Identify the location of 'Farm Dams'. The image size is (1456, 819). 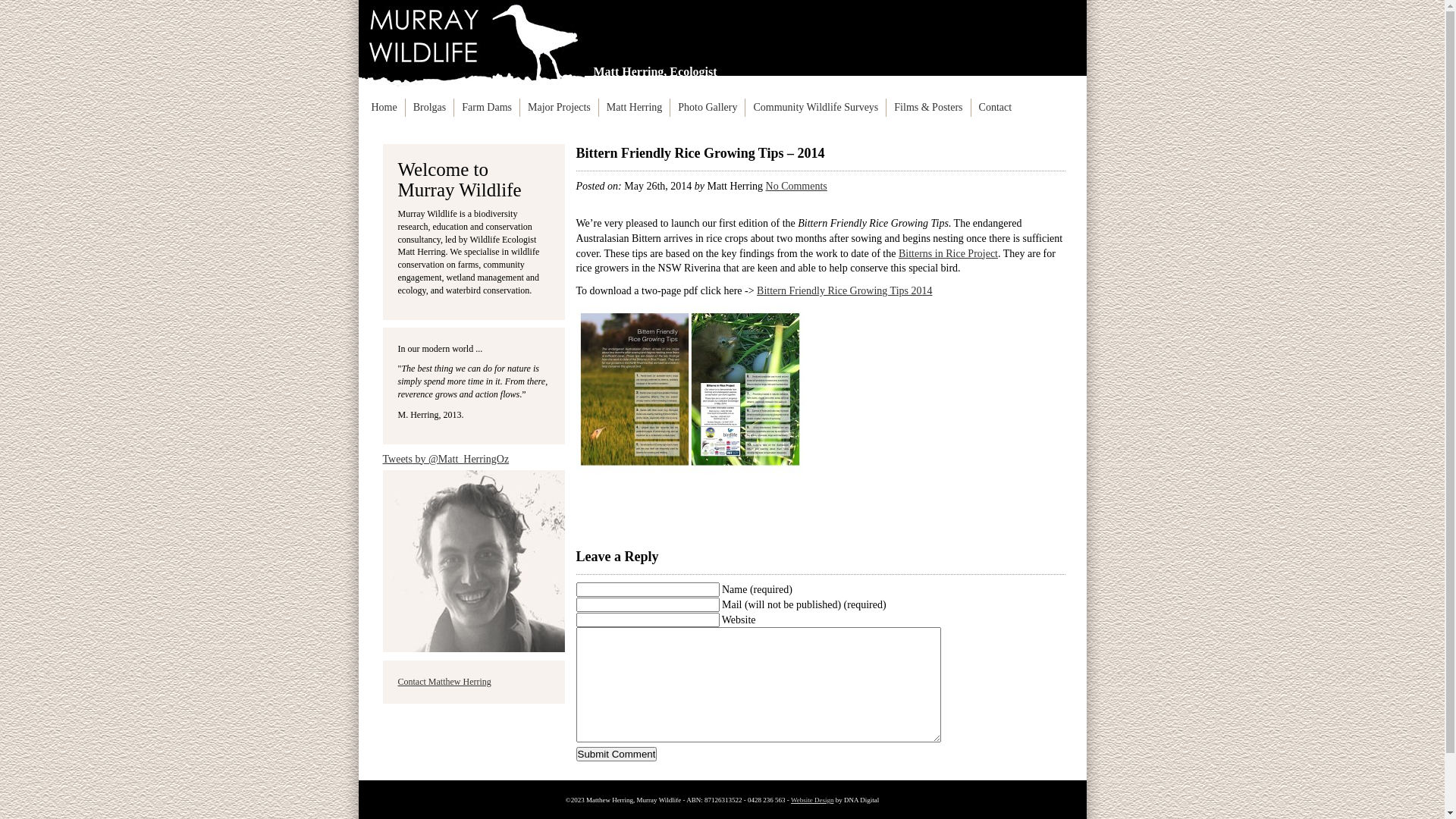
(453, 107).